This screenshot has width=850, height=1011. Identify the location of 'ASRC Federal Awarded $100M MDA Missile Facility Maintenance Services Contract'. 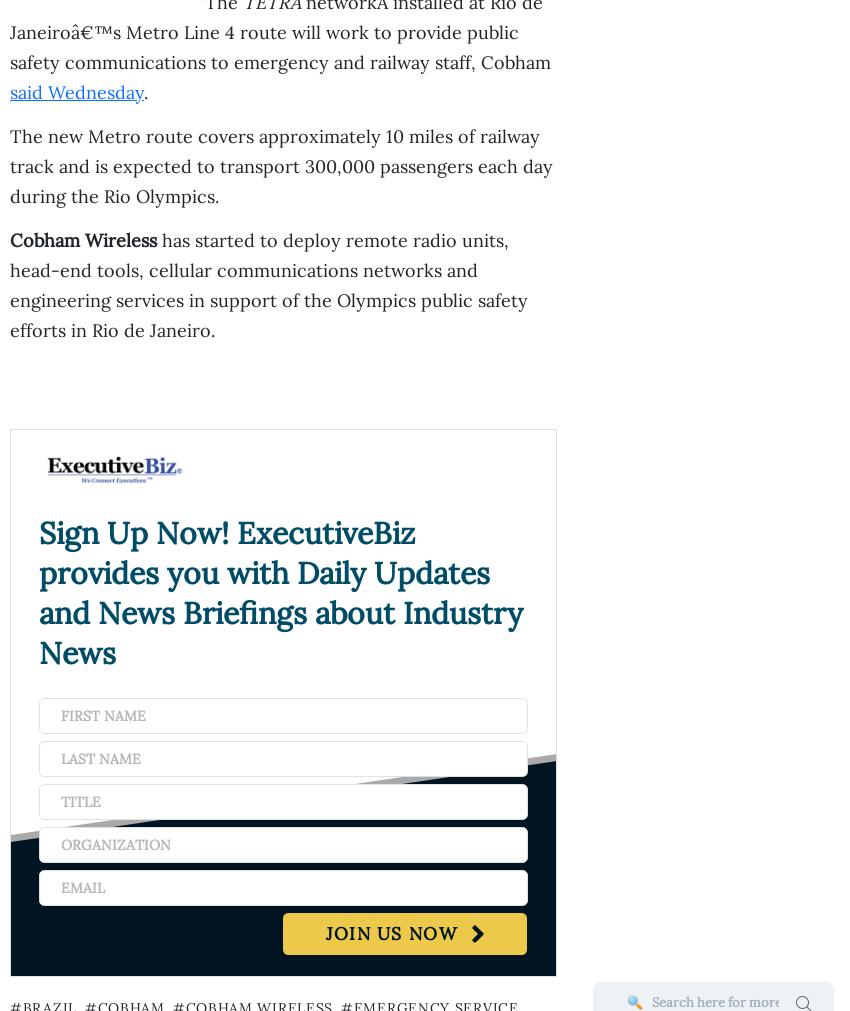
(421, 190).